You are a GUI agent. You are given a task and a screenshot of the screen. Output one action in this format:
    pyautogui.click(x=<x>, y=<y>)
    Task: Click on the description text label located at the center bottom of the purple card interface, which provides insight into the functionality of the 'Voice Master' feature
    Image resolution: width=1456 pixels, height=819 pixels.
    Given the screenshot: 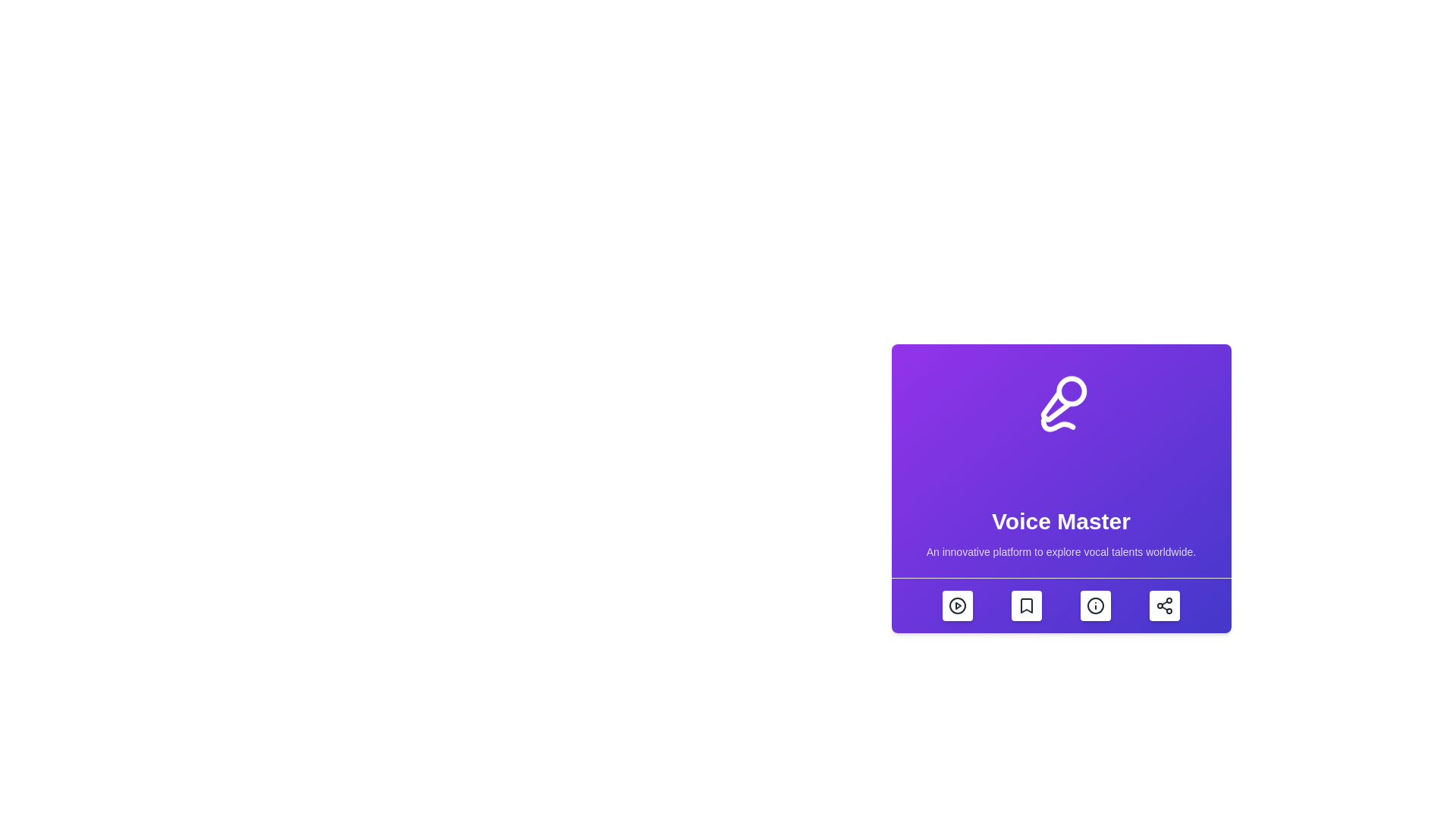 What is the action you would take?
    pyautogui.click(x=1060, y=552)
    